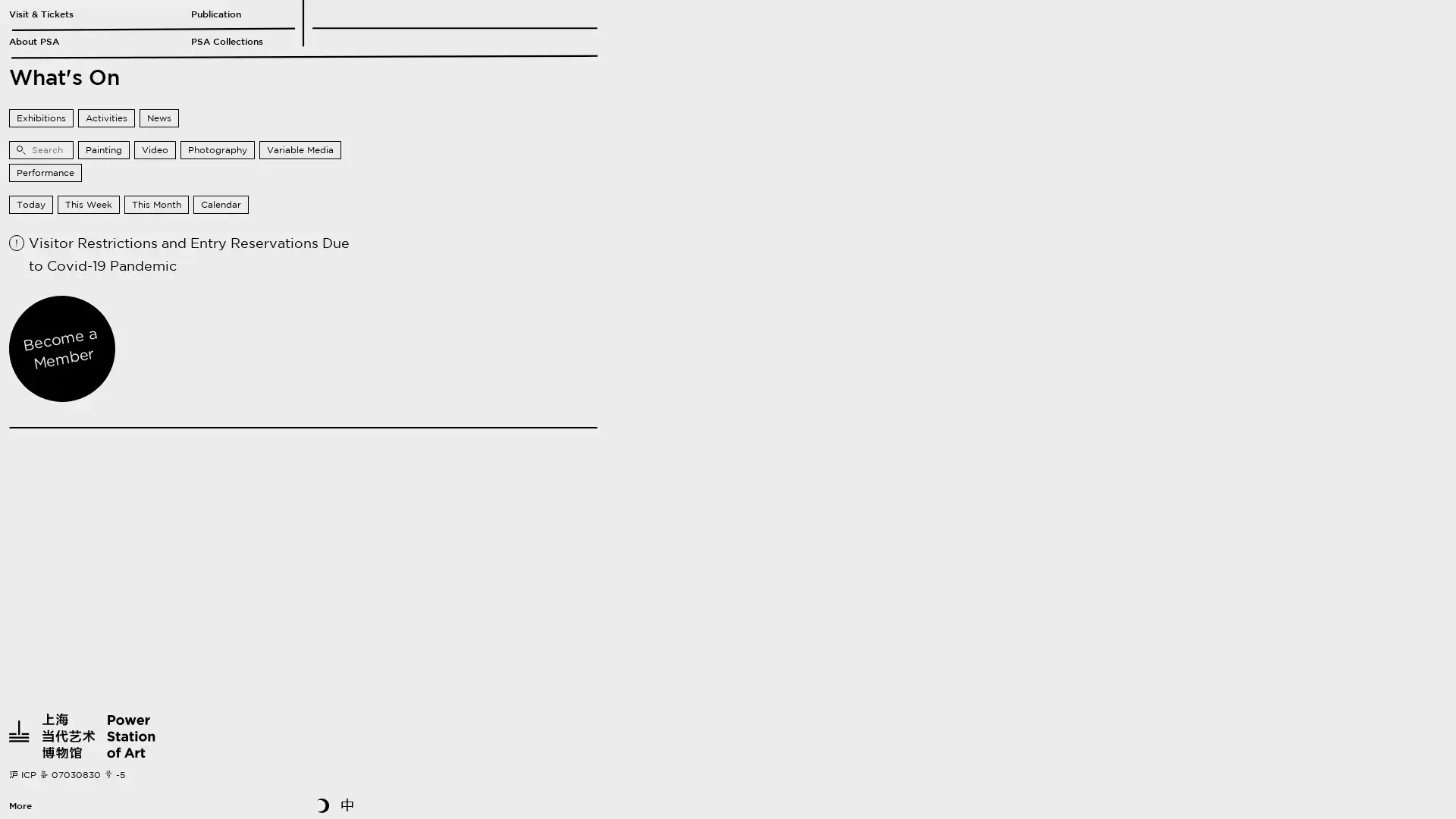 The width and height of the screenshot is (1456, 819). Describe the element at coordinates (87, 205) in the screenshot. I see `This Week` at that location.